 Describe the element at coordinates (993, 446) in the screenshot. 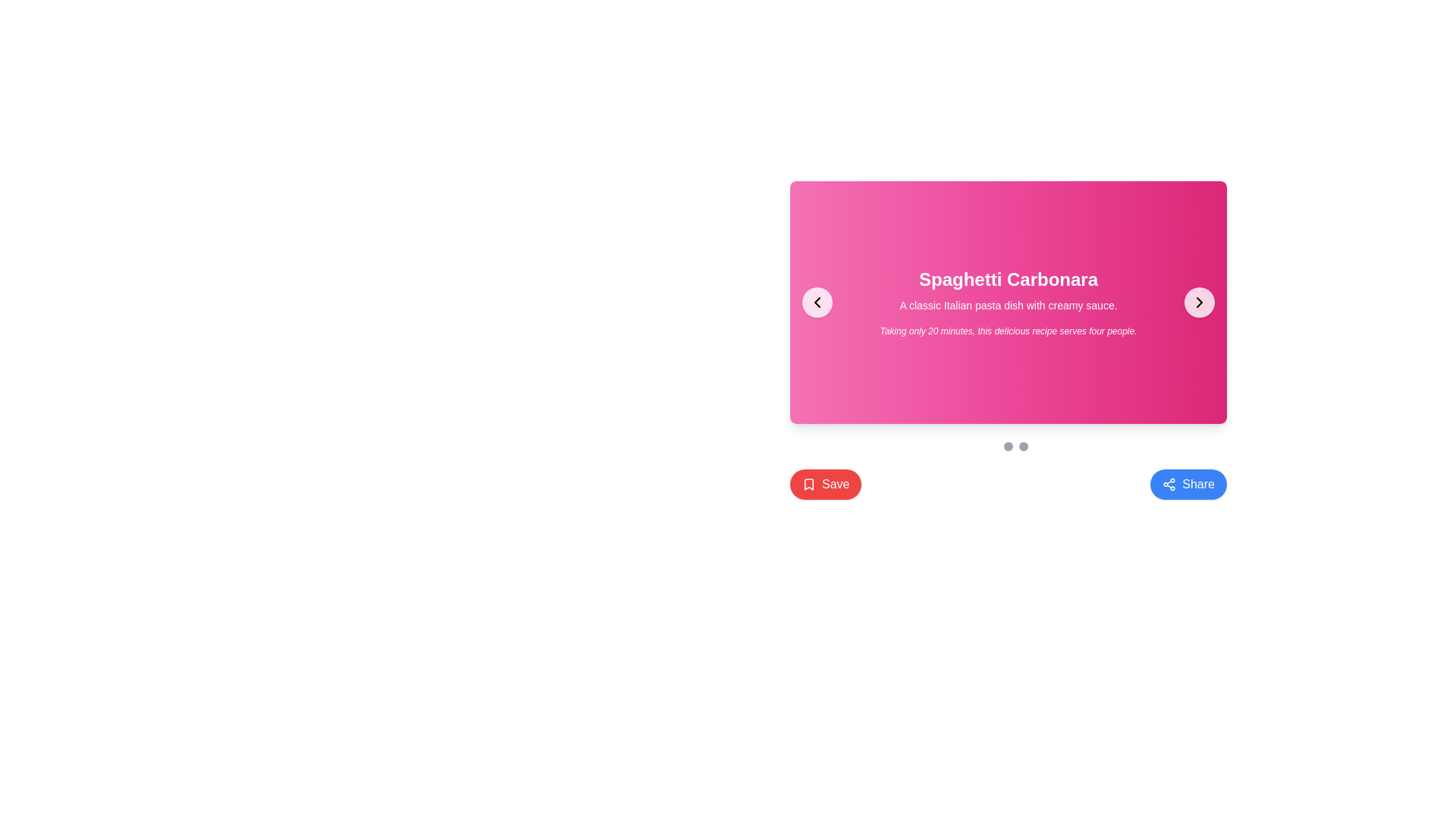

I see `the first white circular indicator dot located below the pink card in the carousel navigation` at that location.